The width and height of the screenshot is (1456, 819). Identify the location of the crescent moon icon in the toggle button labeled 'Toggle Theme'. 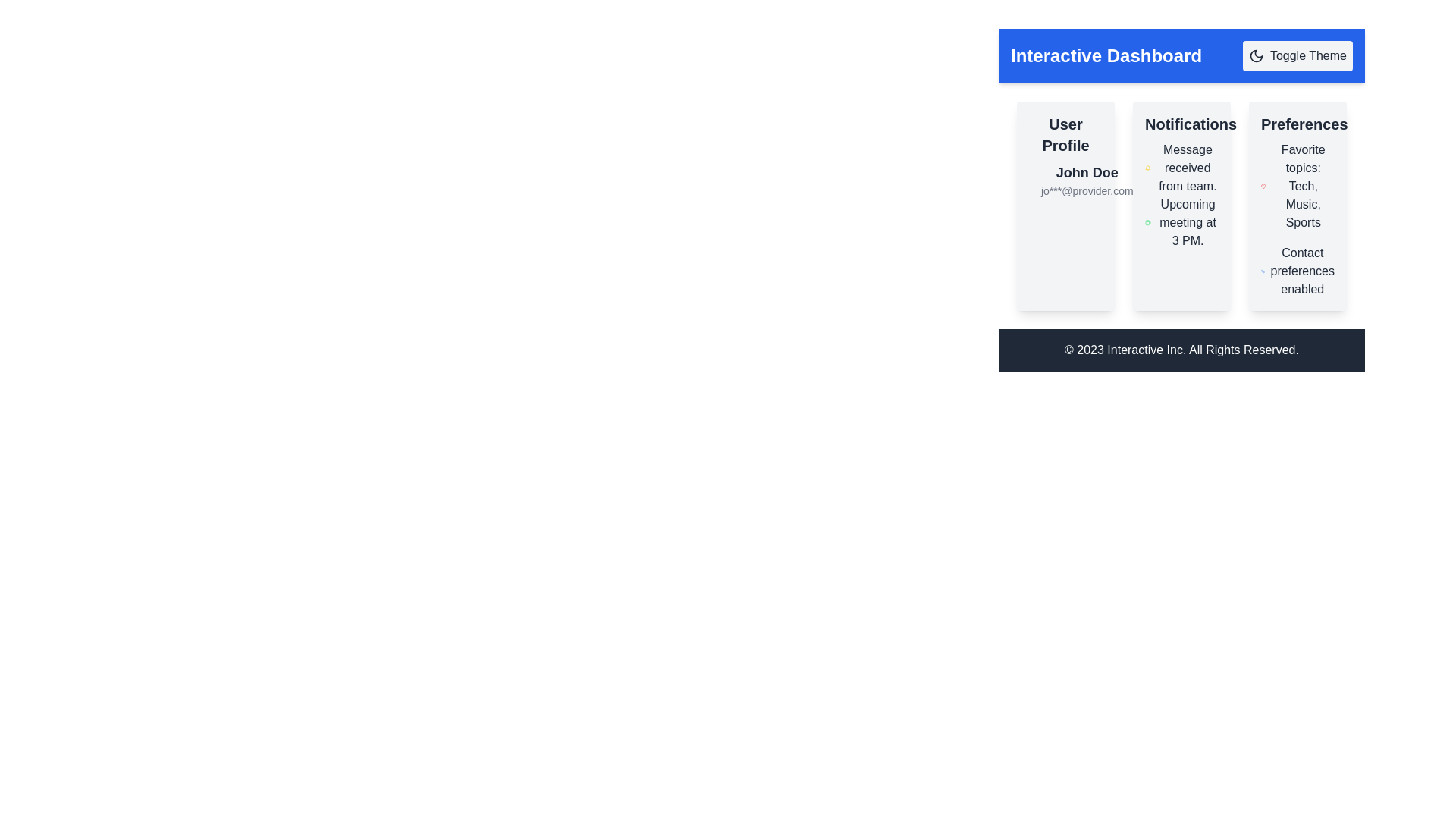
(1256, 55).